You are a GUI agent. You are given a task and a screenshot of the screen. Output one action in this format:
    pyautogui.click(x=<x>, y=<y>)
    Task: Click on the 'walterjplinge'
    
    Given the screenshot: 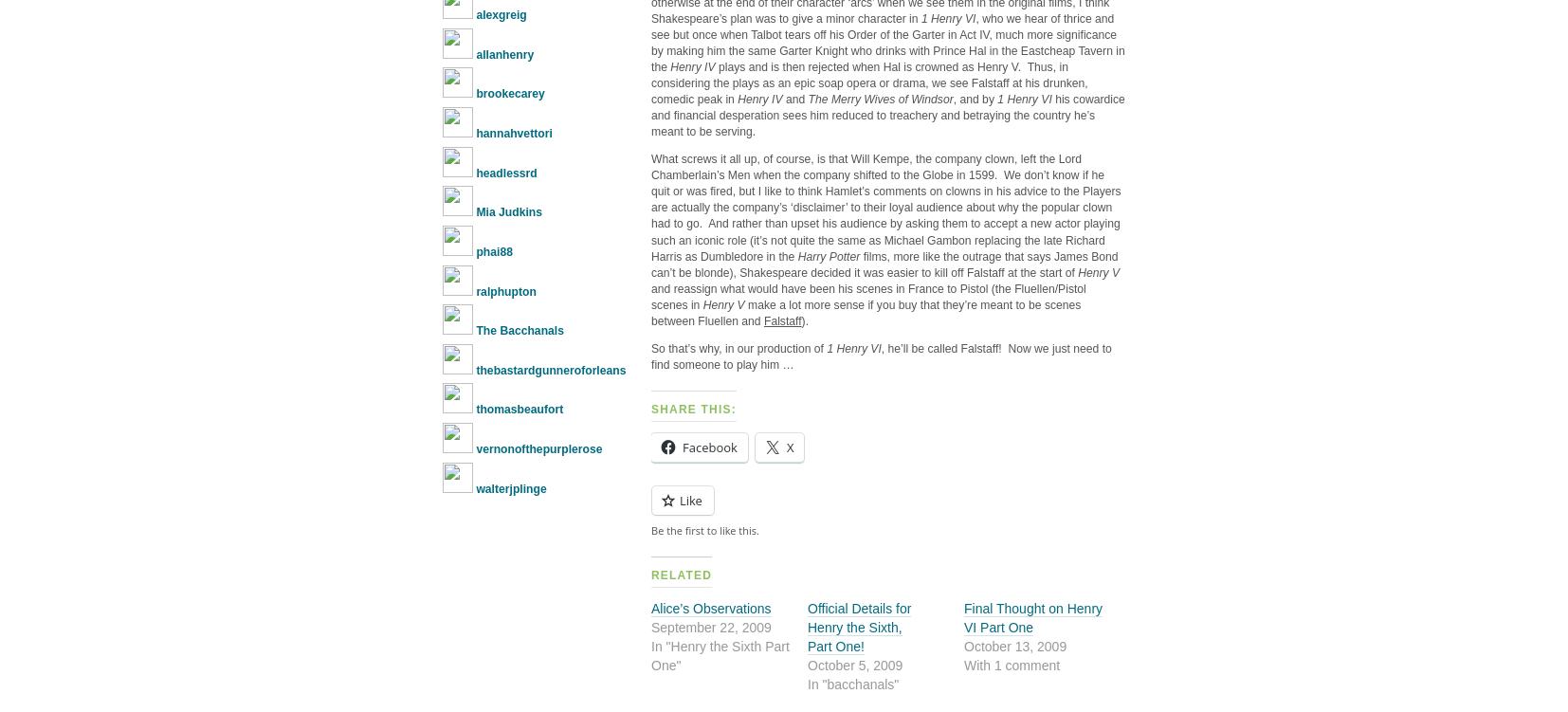 What is the action you would take?
    pyautogui.click(x=511, y=488)
    